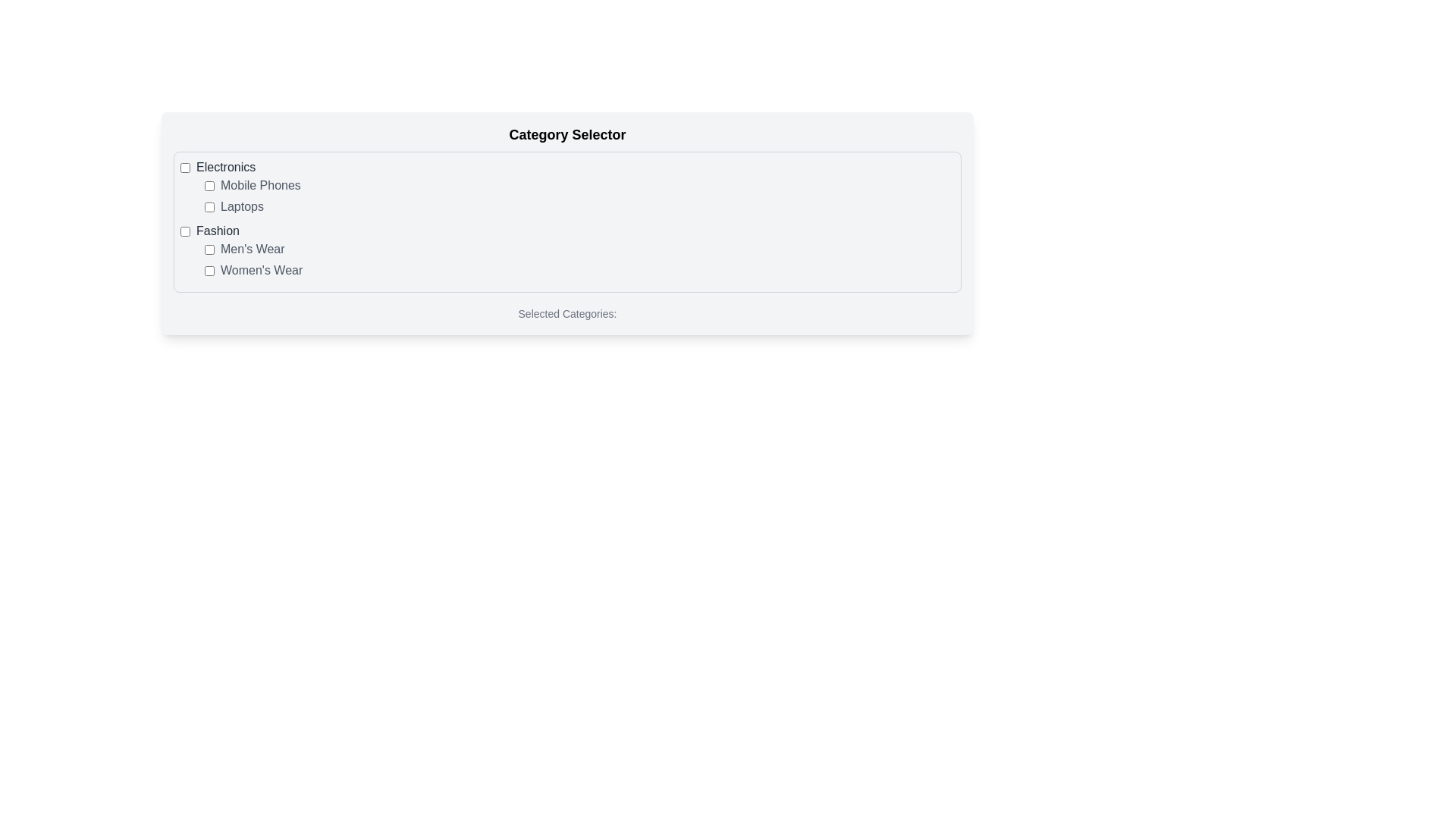 The image size is (1456, 819). What do you see at coordinates (217, 231) in the screenshot?
I see `text label displaying 'Fashion', which is gray and legible, located under the category 'Fashion' next to a checkbox` at bounding box center [217, 231].